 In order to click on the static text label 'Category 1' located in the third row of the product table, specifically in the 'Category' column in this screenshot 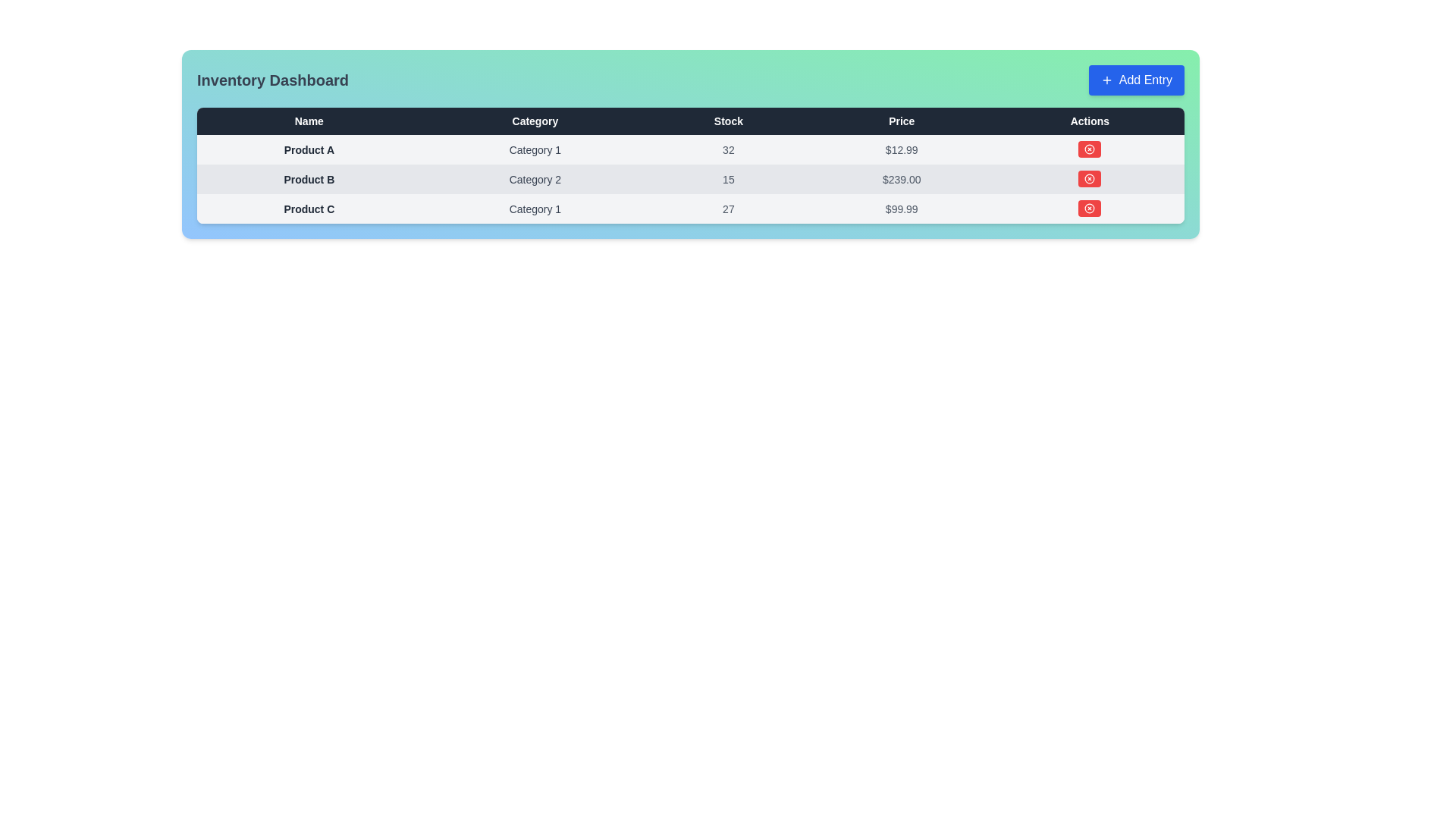, I will do `click(535, 209)`.